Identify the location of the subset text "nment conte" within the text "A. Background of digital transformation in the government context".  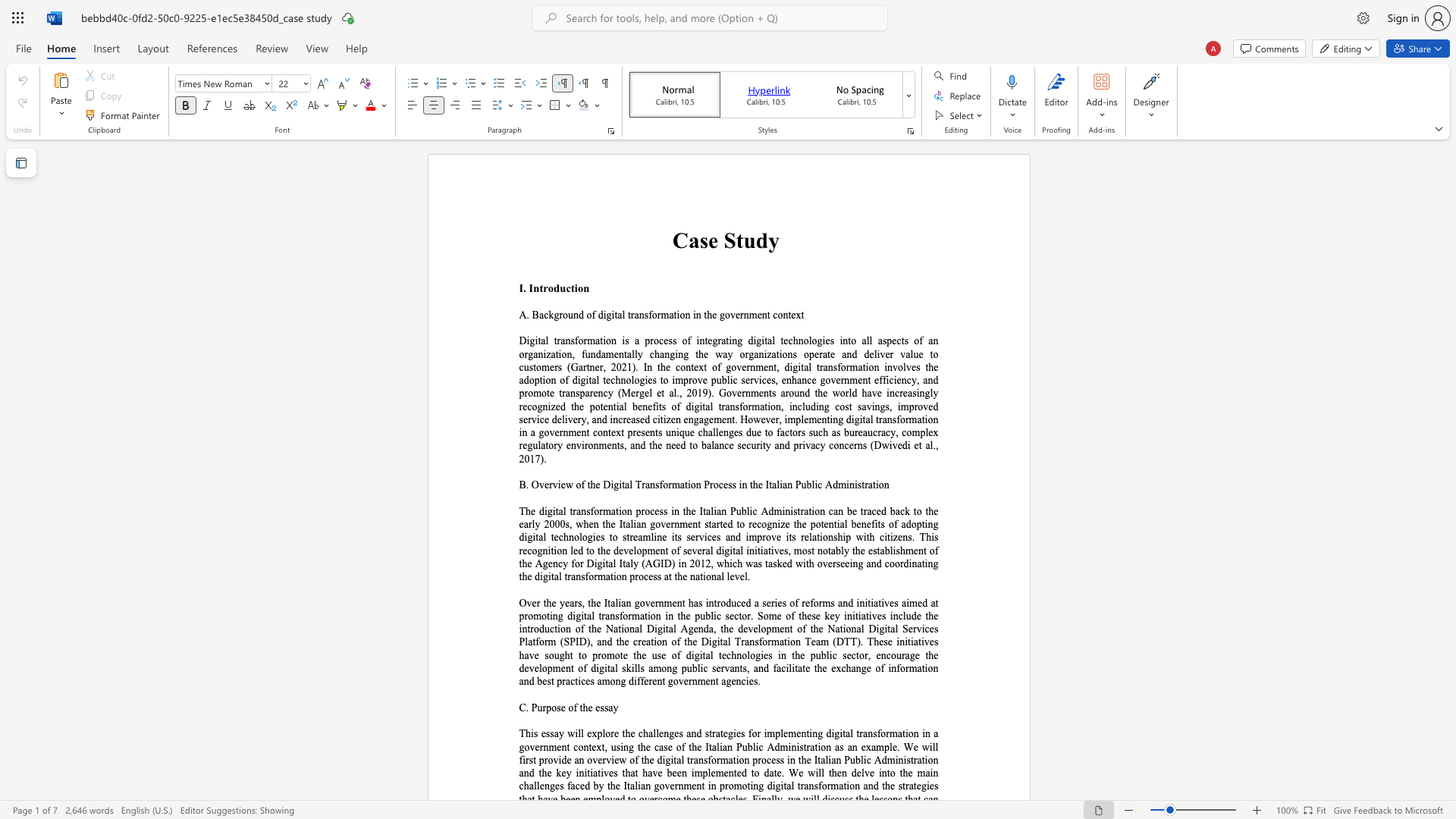
(743, 314).